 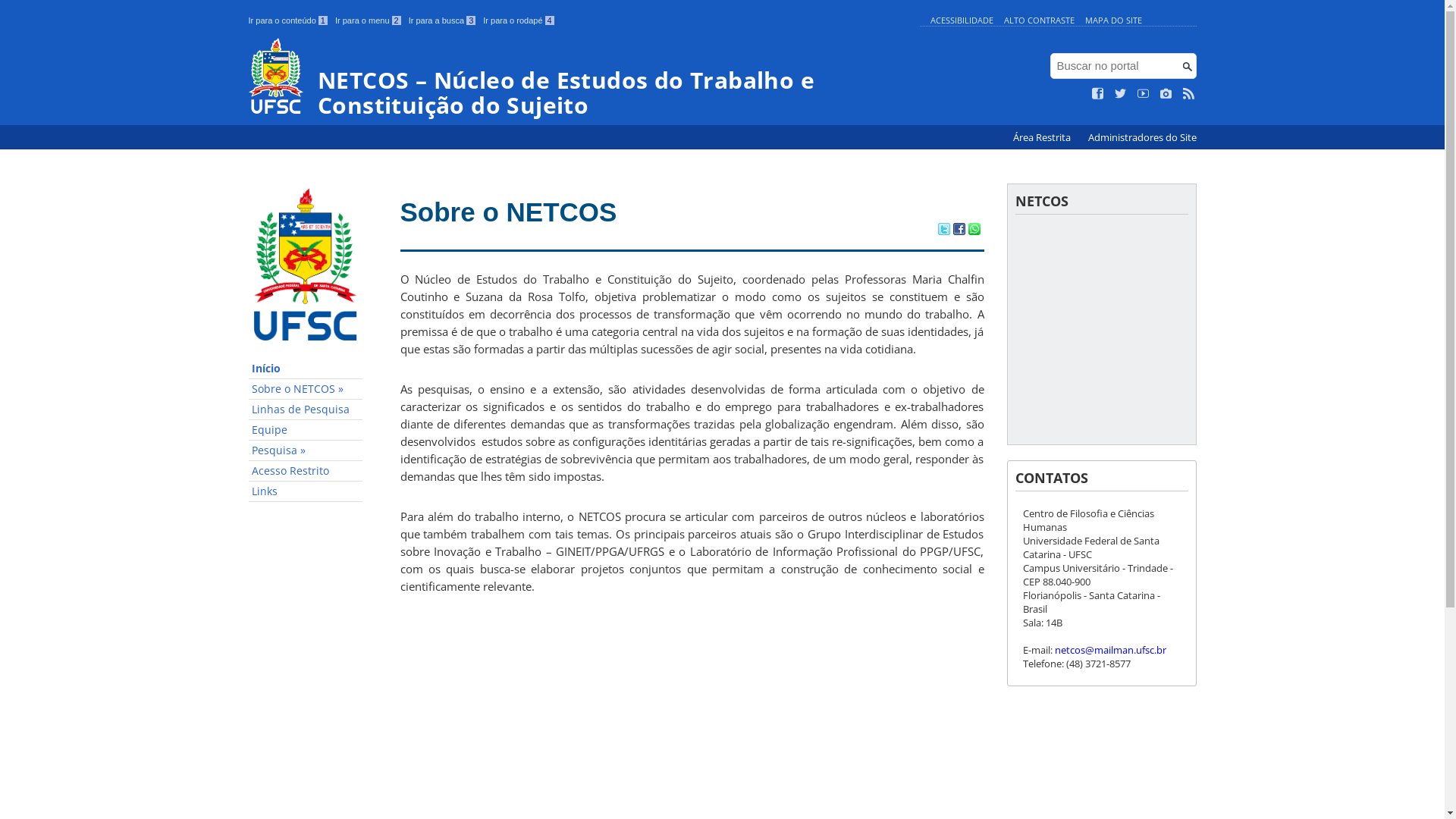 What do you see at coordinates (1141, 137) in the screenshot?
I see `'Administradores do Site'` at bounding box center [1141, 137].